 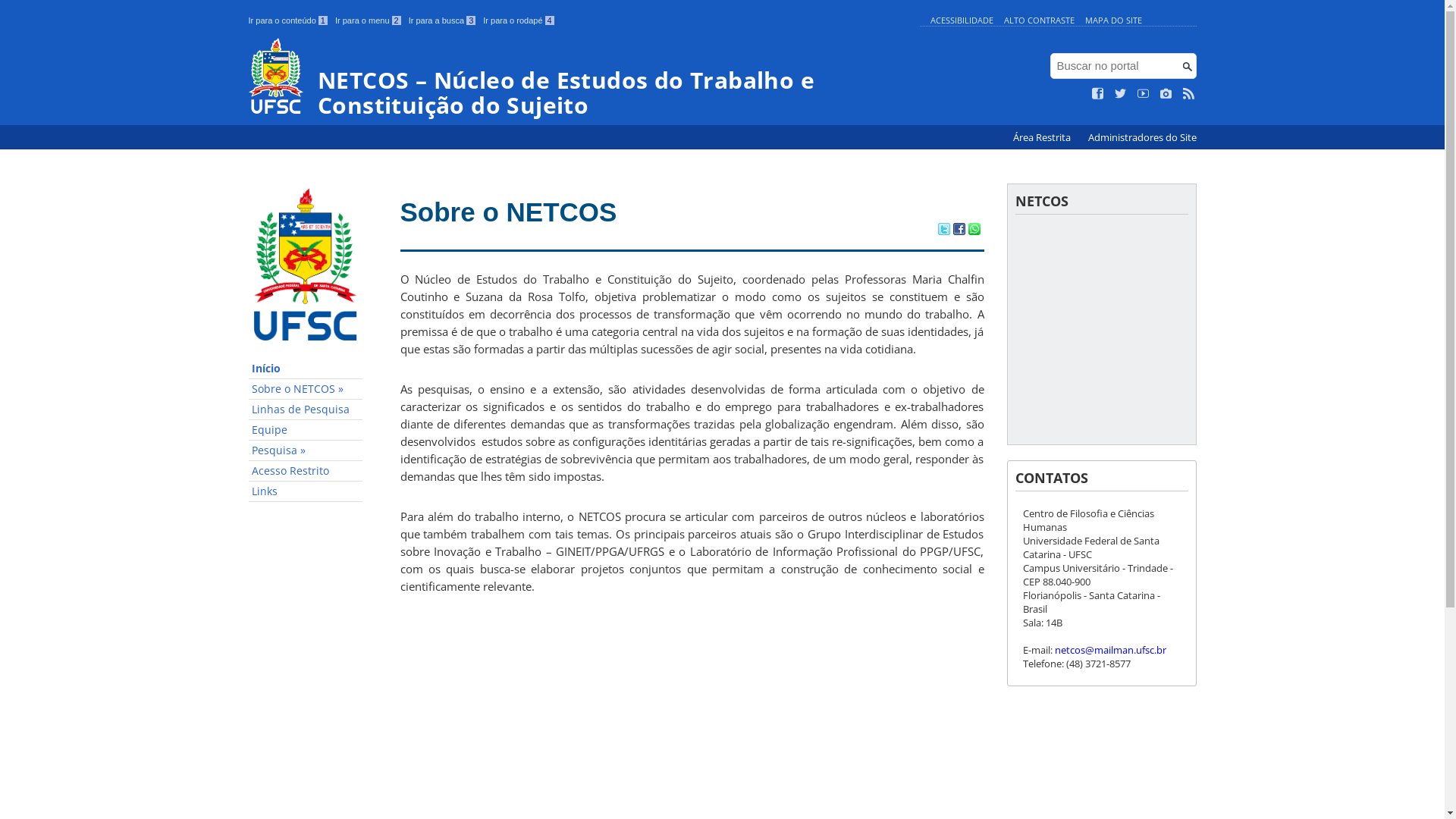 What do you see at coordinates (1141, 137) in the screenshot?
I see `'Administradores do Site'` at bounding box center [1141, 137].